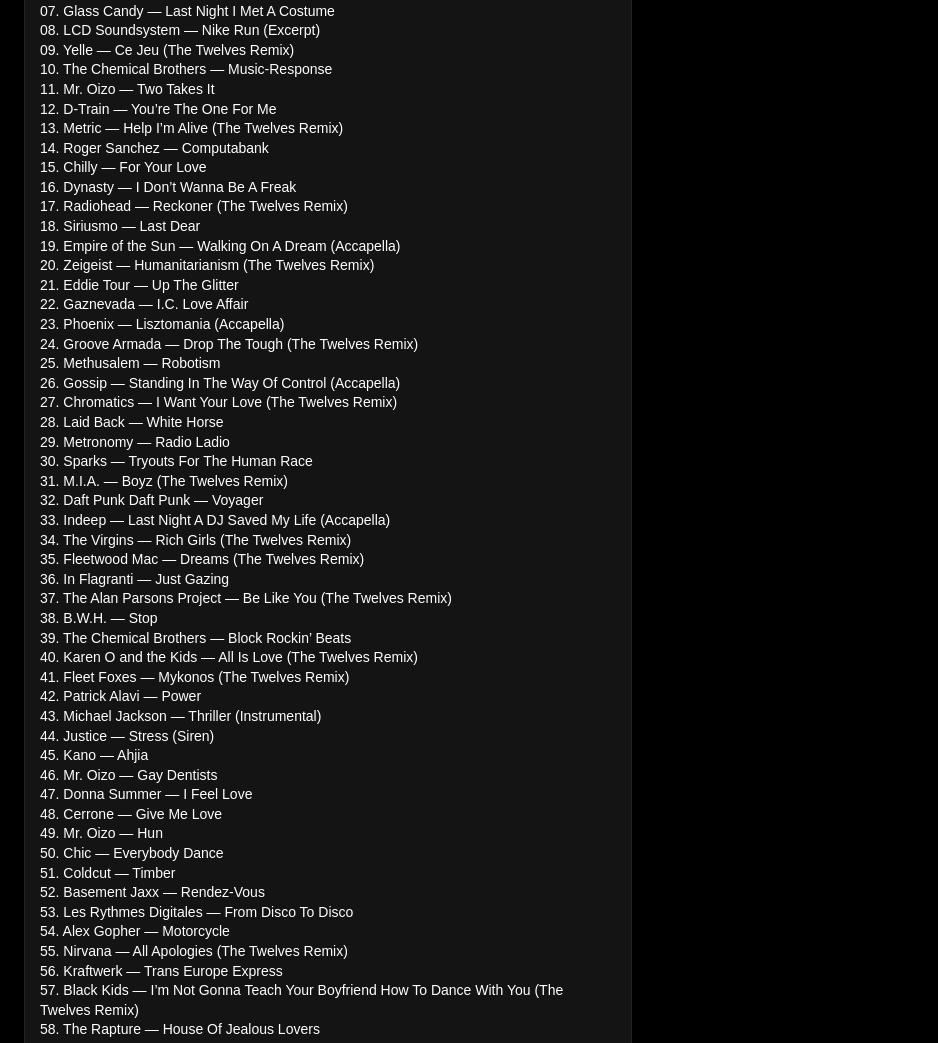  I want to click on '44. Justice — Stress (Siren)', so click(38, 735).